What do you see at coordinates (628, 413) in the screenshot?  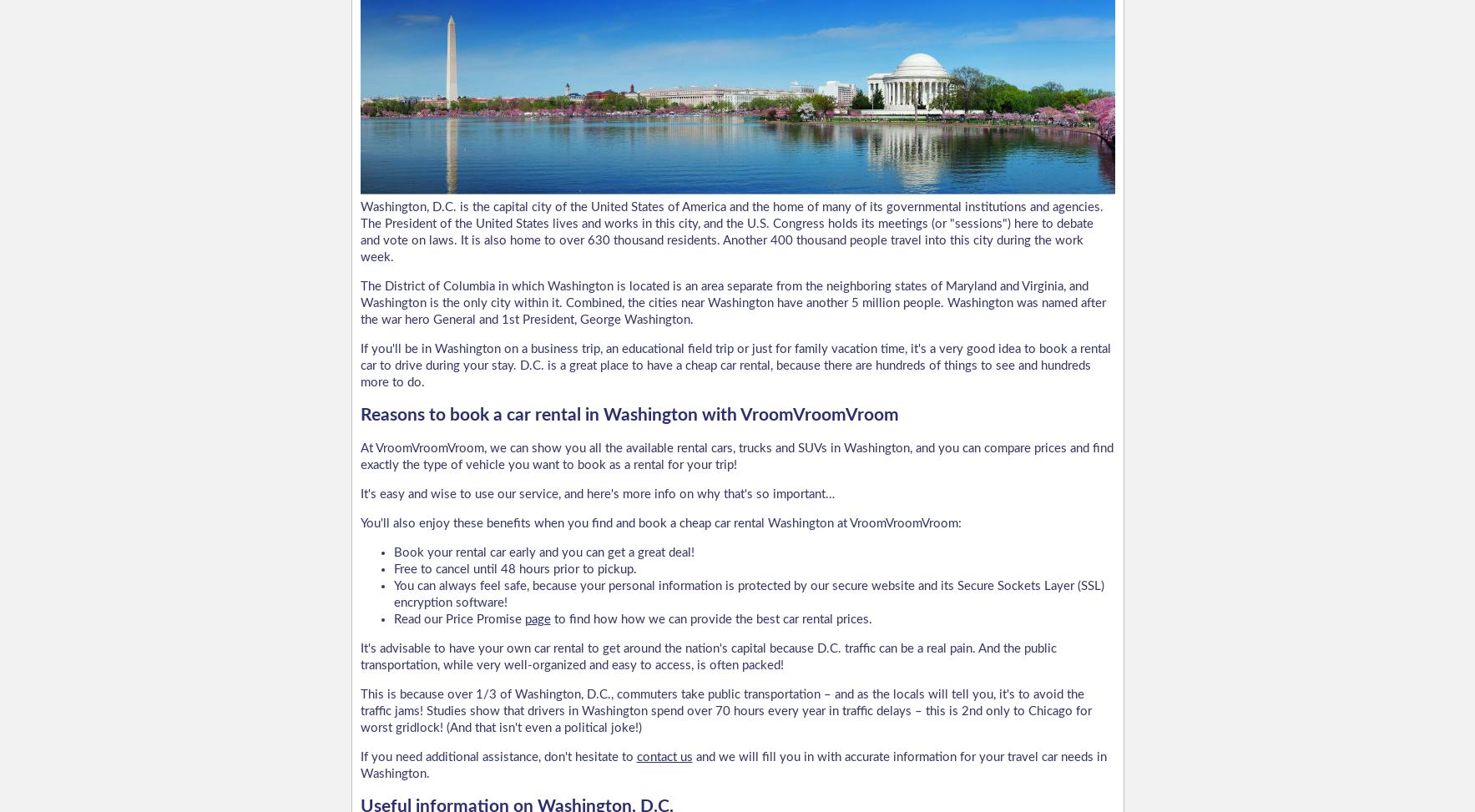 I see `'Reasons to book a car rental in Washington with VroomVroomVroom'` at bounding box center [628, 413].